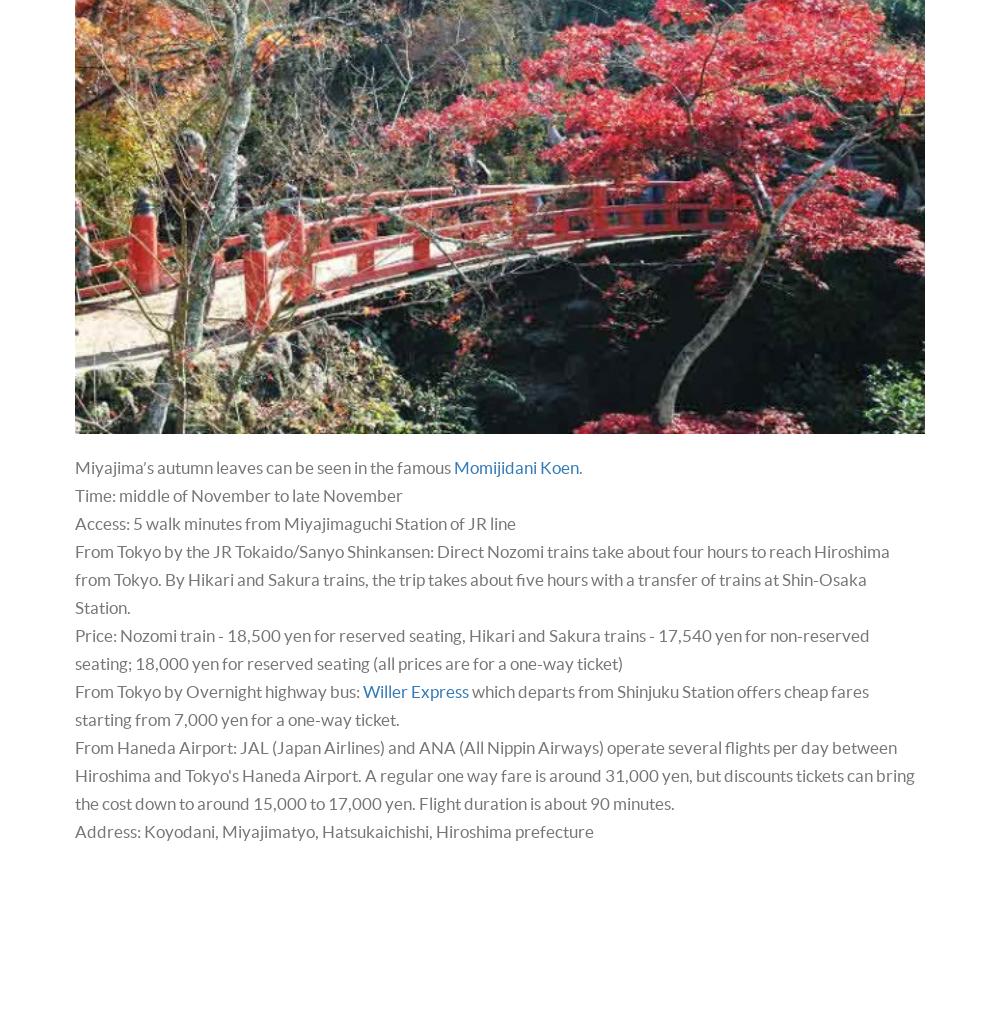 This screenshot has width=1000, height=1023. Describe the element at coordinates (218, 690) in the screenshot. I see `'From Tokyo by Overnight highway bus:'` at that location.